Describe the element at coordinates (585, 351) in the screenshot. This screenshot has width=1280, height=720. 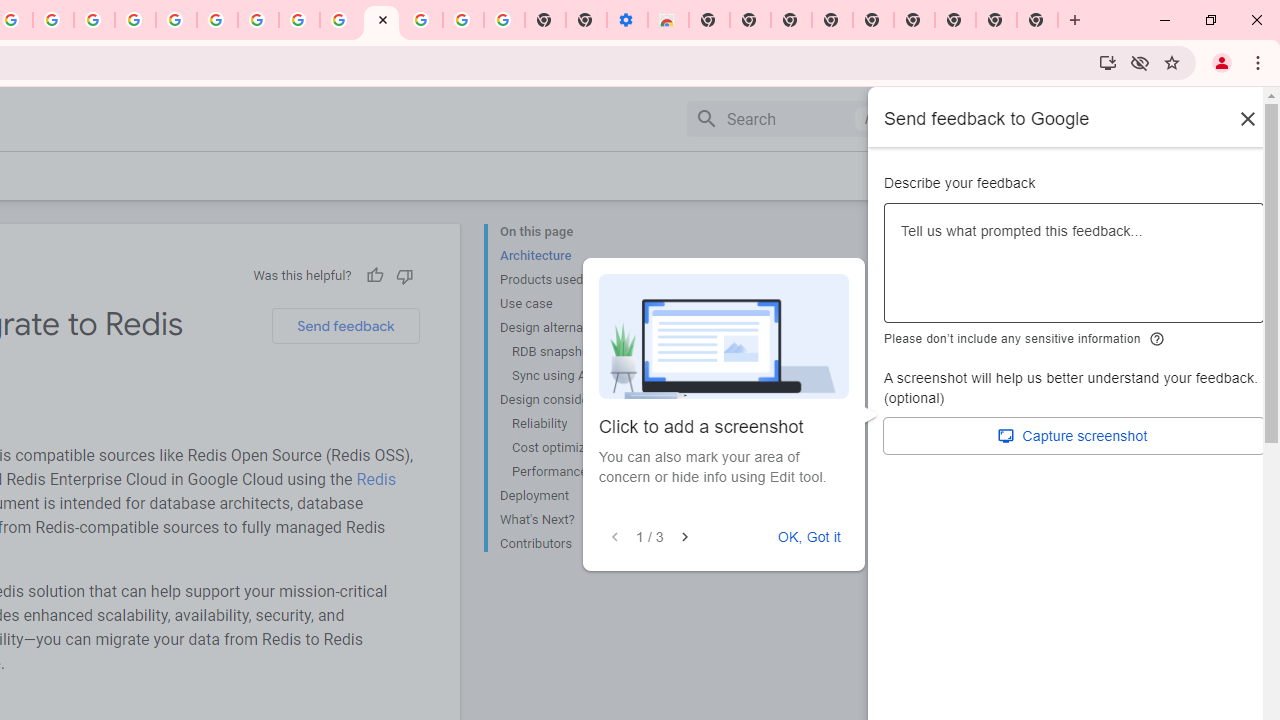
I see `'RDB snapshots'` at that location.